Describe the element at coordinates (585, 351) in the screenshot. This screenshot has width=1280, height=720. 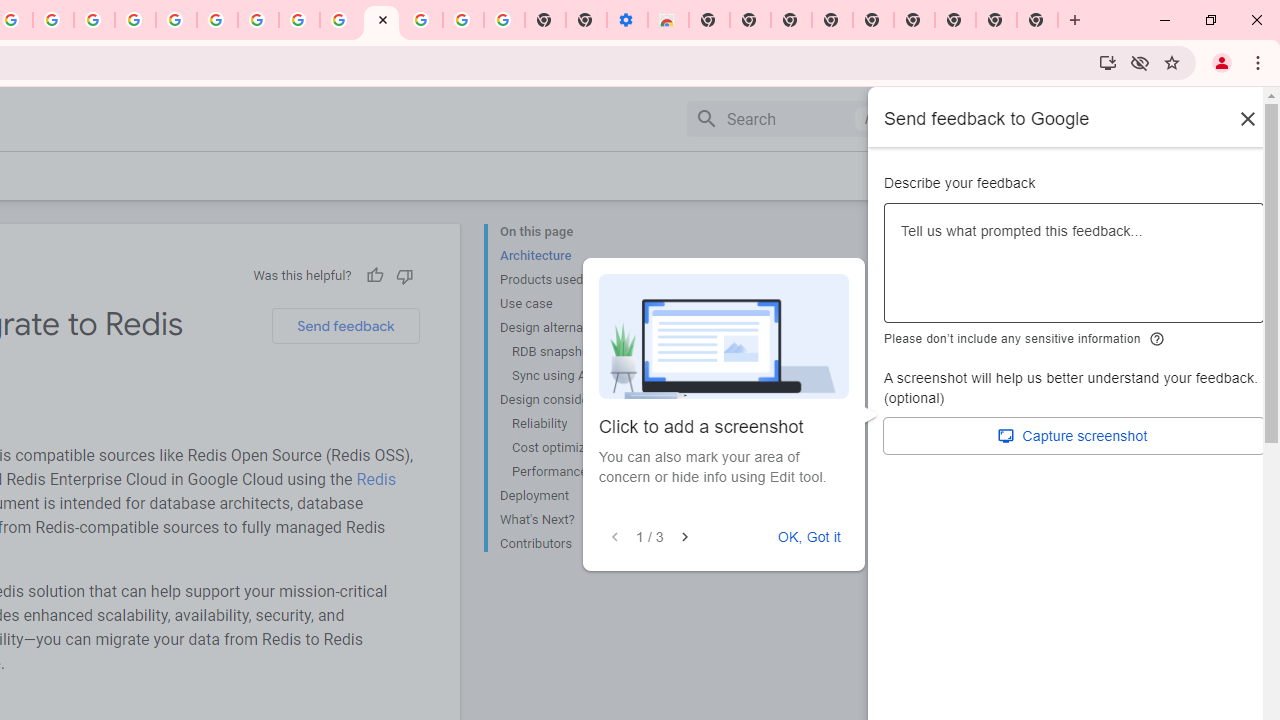
I see `'RDB snapshots'` at that location.